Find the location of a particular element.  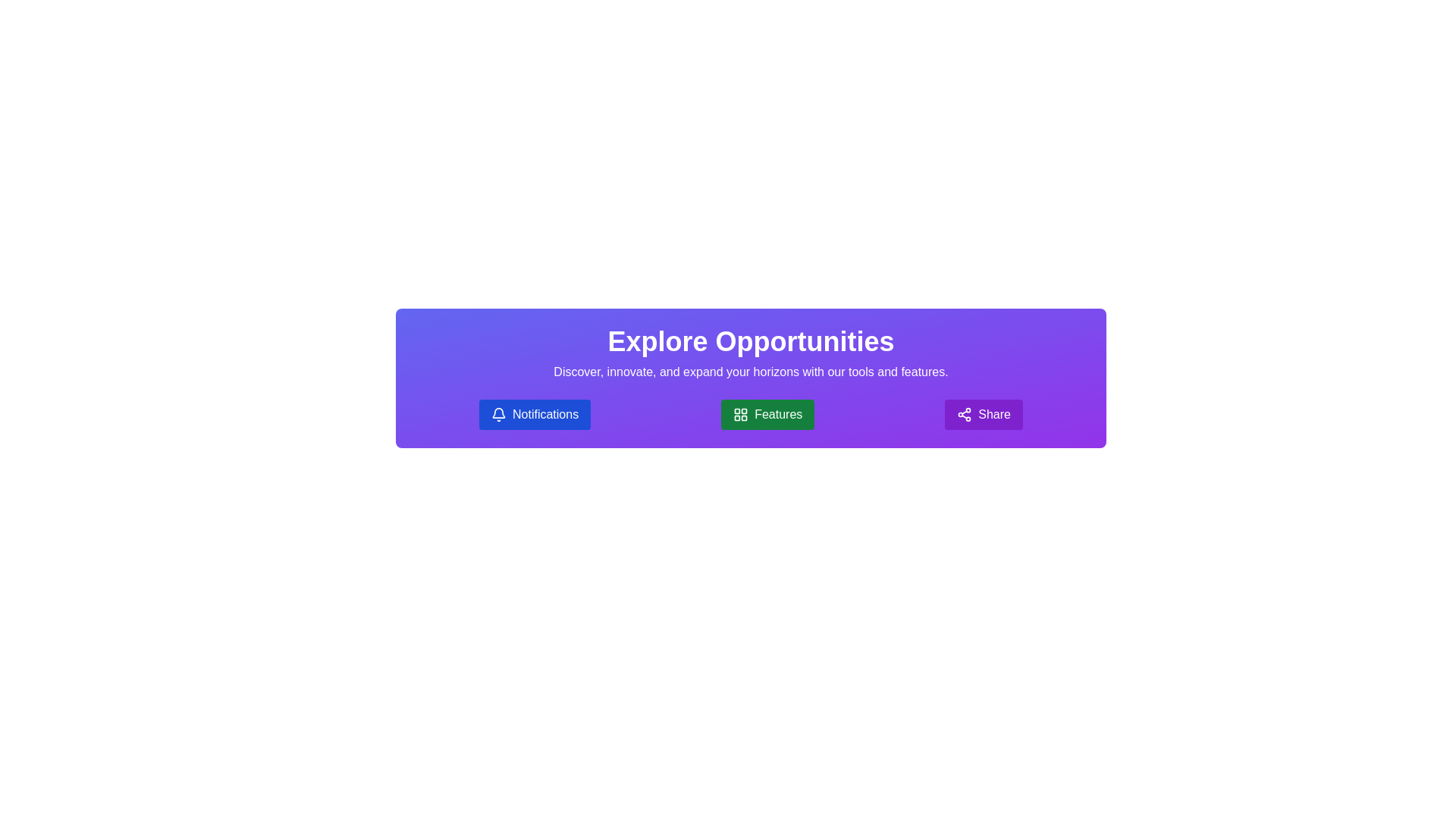

small green icon located to the left of the 'Features' button, which consists of a 2x2 grid of squares with rounded corners is located at coordinates (741, 415).